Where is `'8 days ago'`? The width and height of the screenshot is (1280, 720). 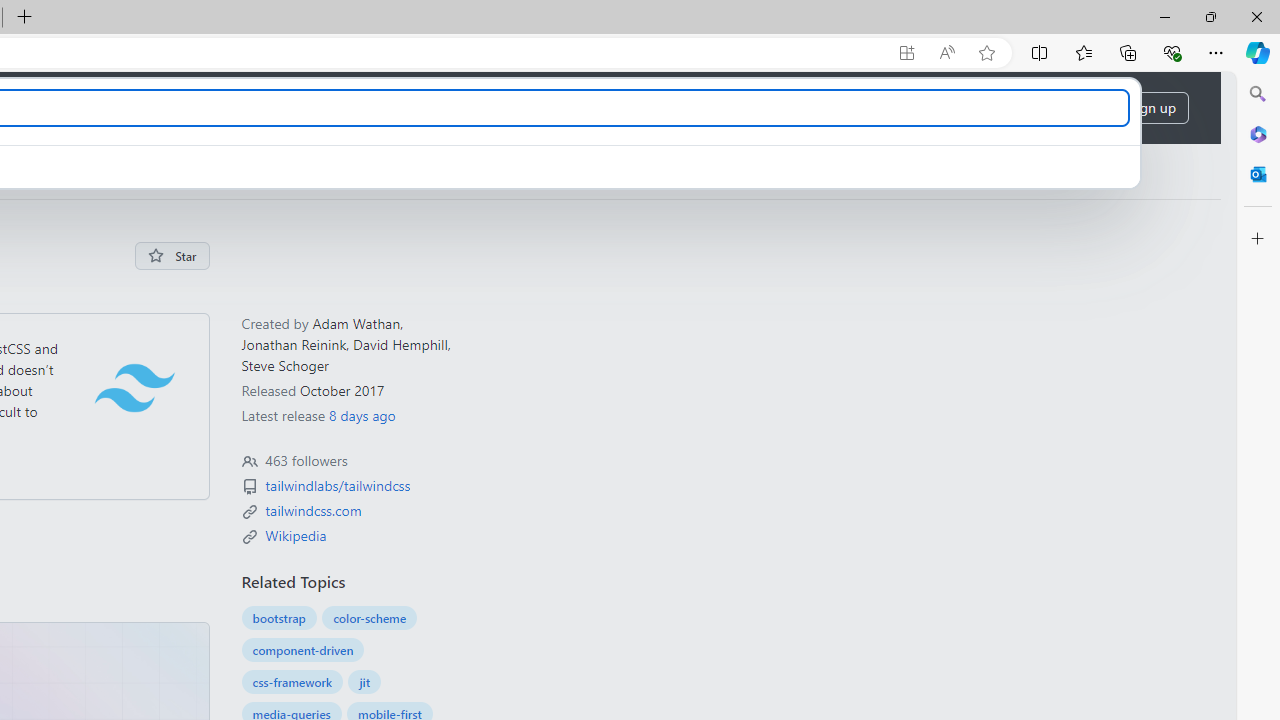 '8 days ago' is located at coordinates (361, 414).